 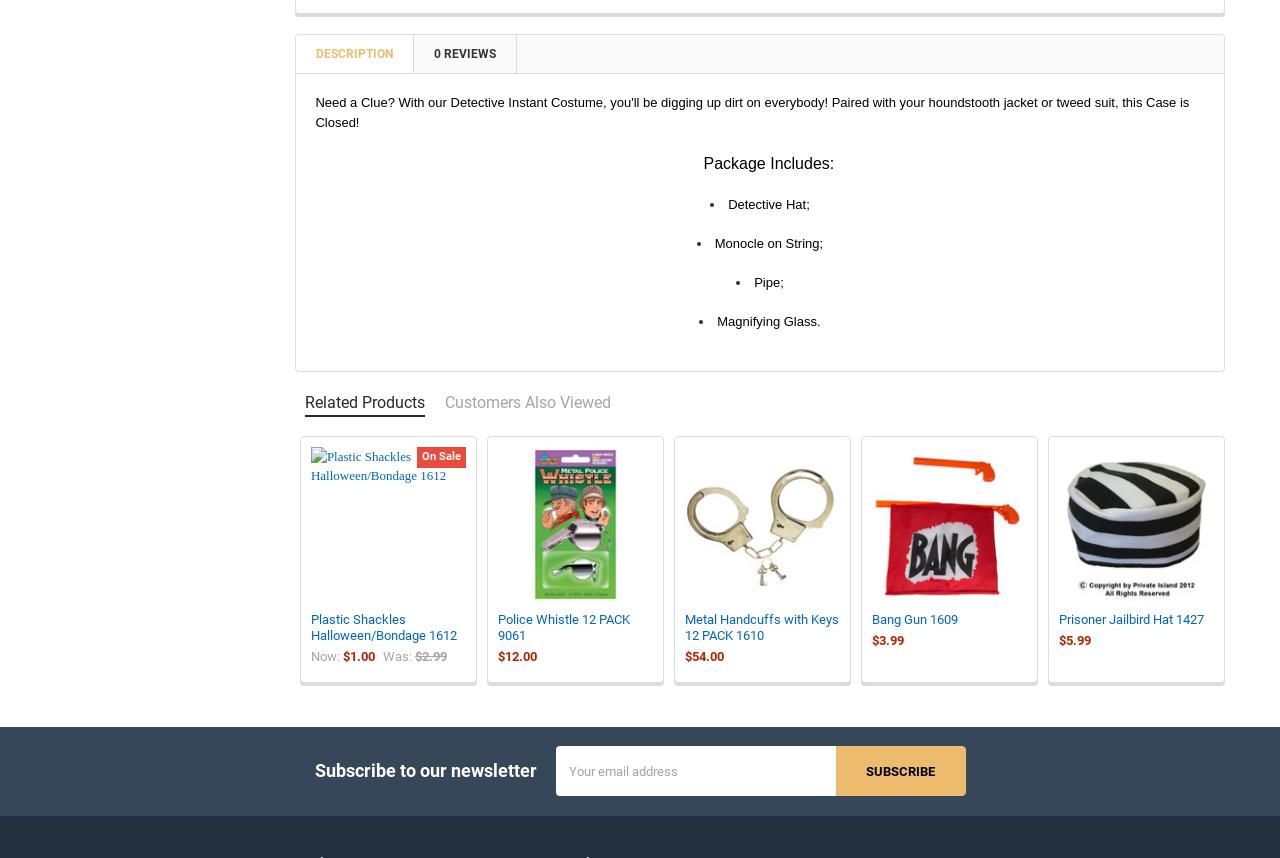 What do you see at coordinates (1057, 653) in the screenshot?
I see `'$5.99'` at bounding box center [1057, 653].